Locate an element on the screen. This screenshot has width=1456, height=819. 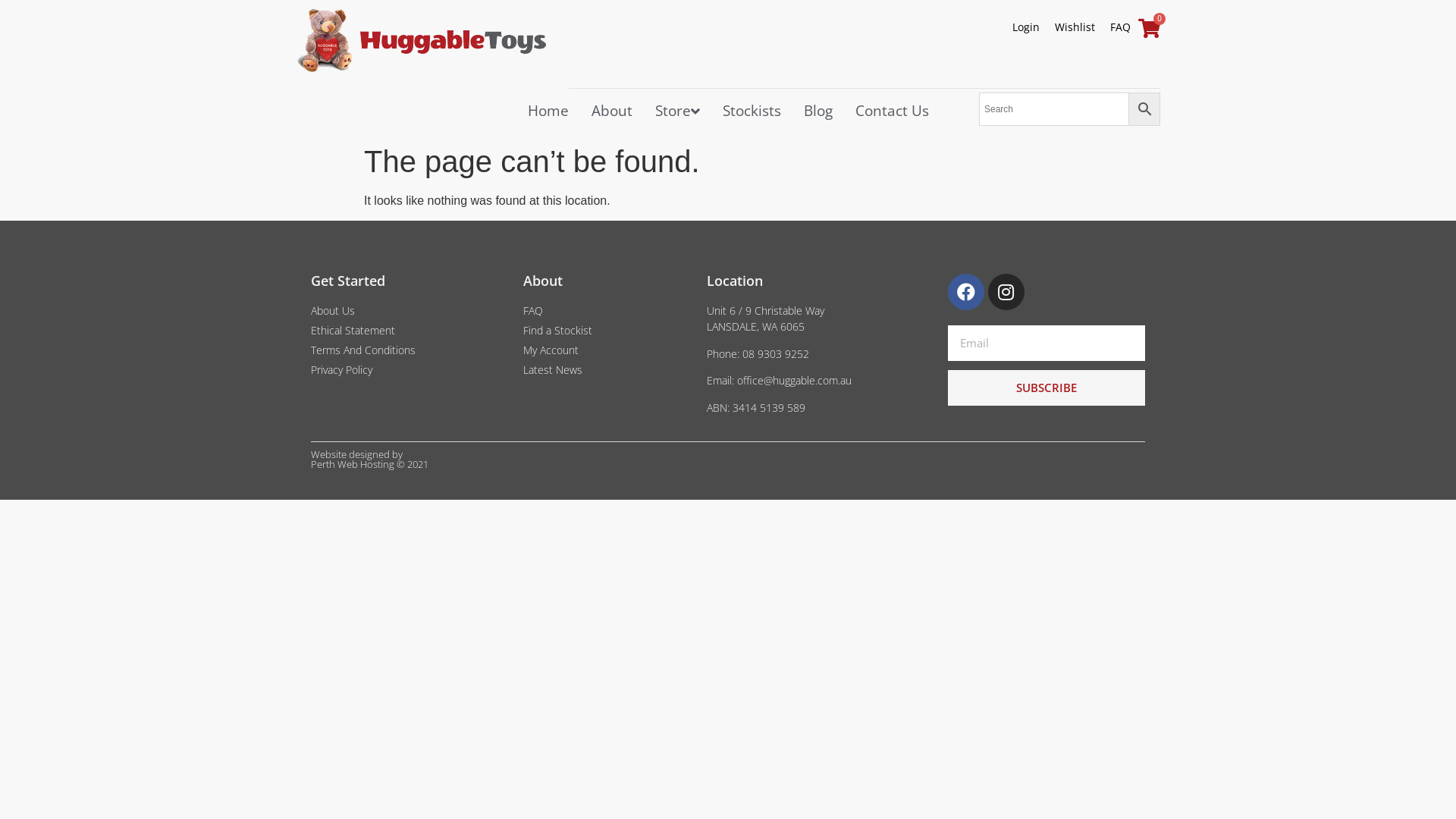
'Store' is located at coordinates (676, 110).